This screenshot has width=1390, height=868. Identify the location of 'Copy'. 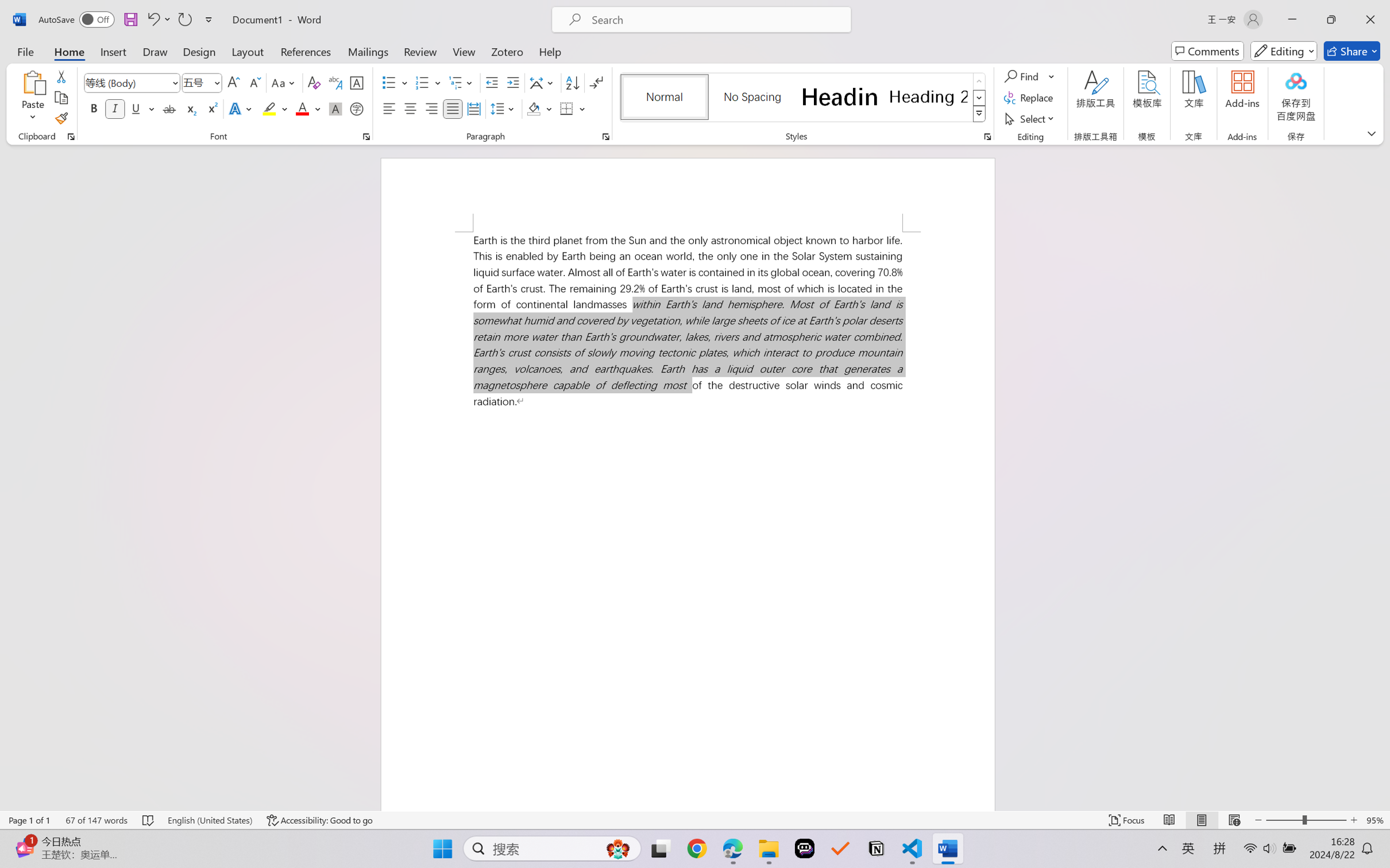
(60, 98).